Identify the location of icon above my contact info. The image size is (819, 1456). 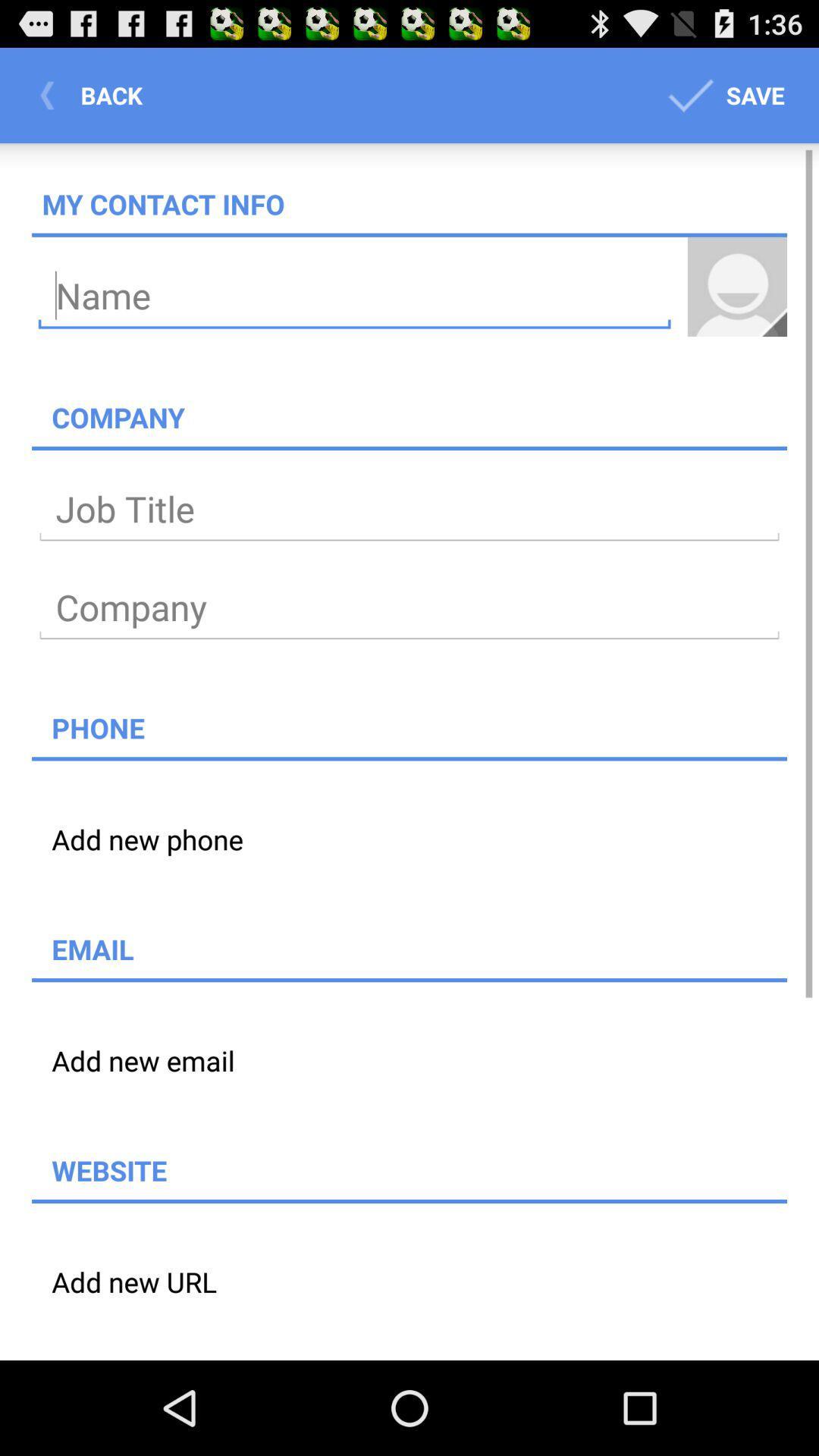
(722, 94).